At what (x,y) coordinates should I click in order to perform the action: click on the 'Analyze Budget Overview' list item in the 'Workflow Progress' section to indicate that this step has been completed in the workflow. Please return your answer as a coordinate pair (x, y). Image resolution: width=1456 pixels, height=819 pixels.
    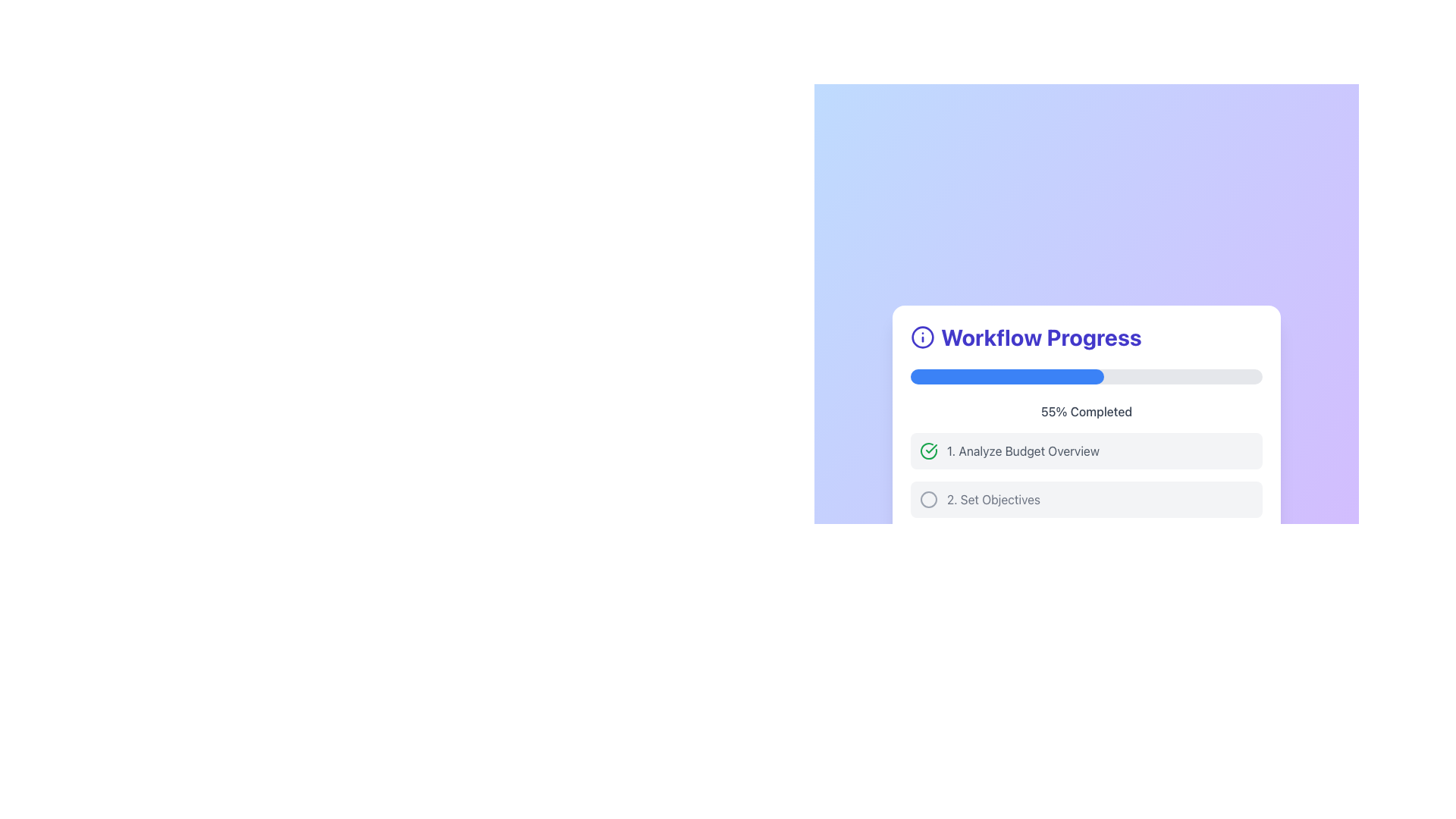
    Looking at the image, I should click on (1086, 450).